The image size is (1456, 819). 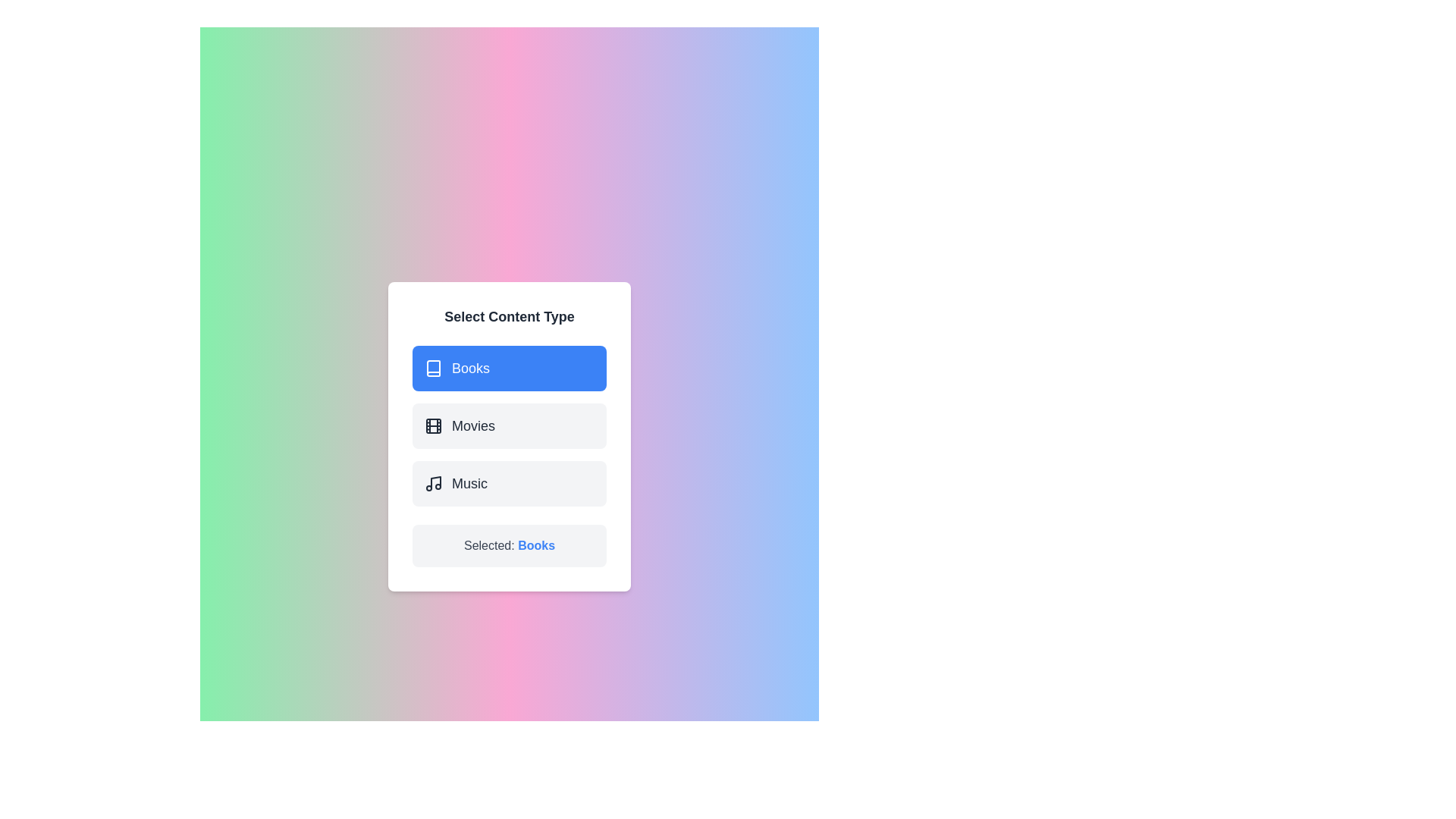 I want to click on the button, so click(x=510, y=483).